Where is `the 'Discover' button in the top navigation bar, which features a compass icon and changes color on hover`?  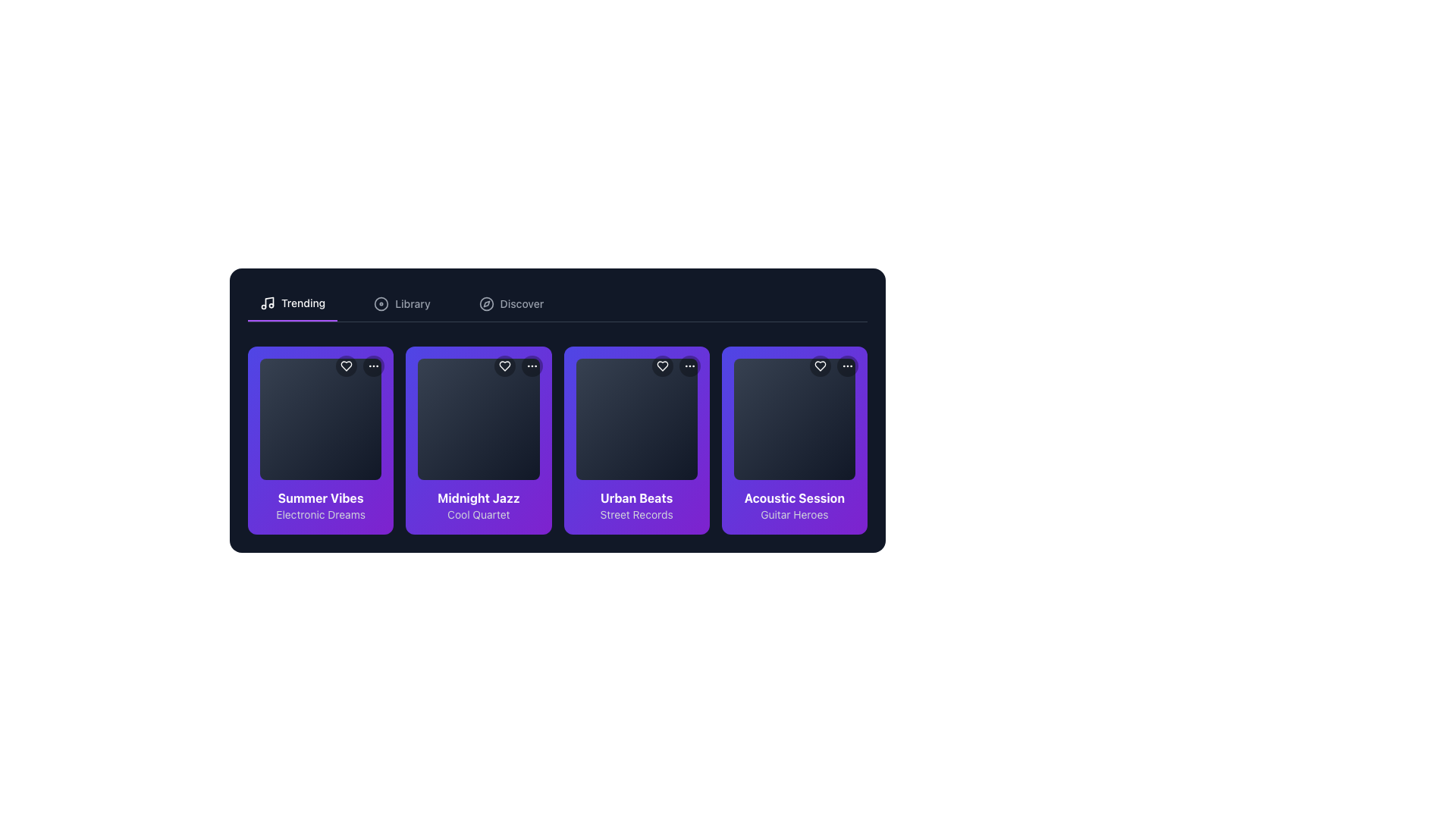 the 'Discover' button in the top navigation bar, which features a compass icon and changes color on hover is located at coordinates (511, 304).